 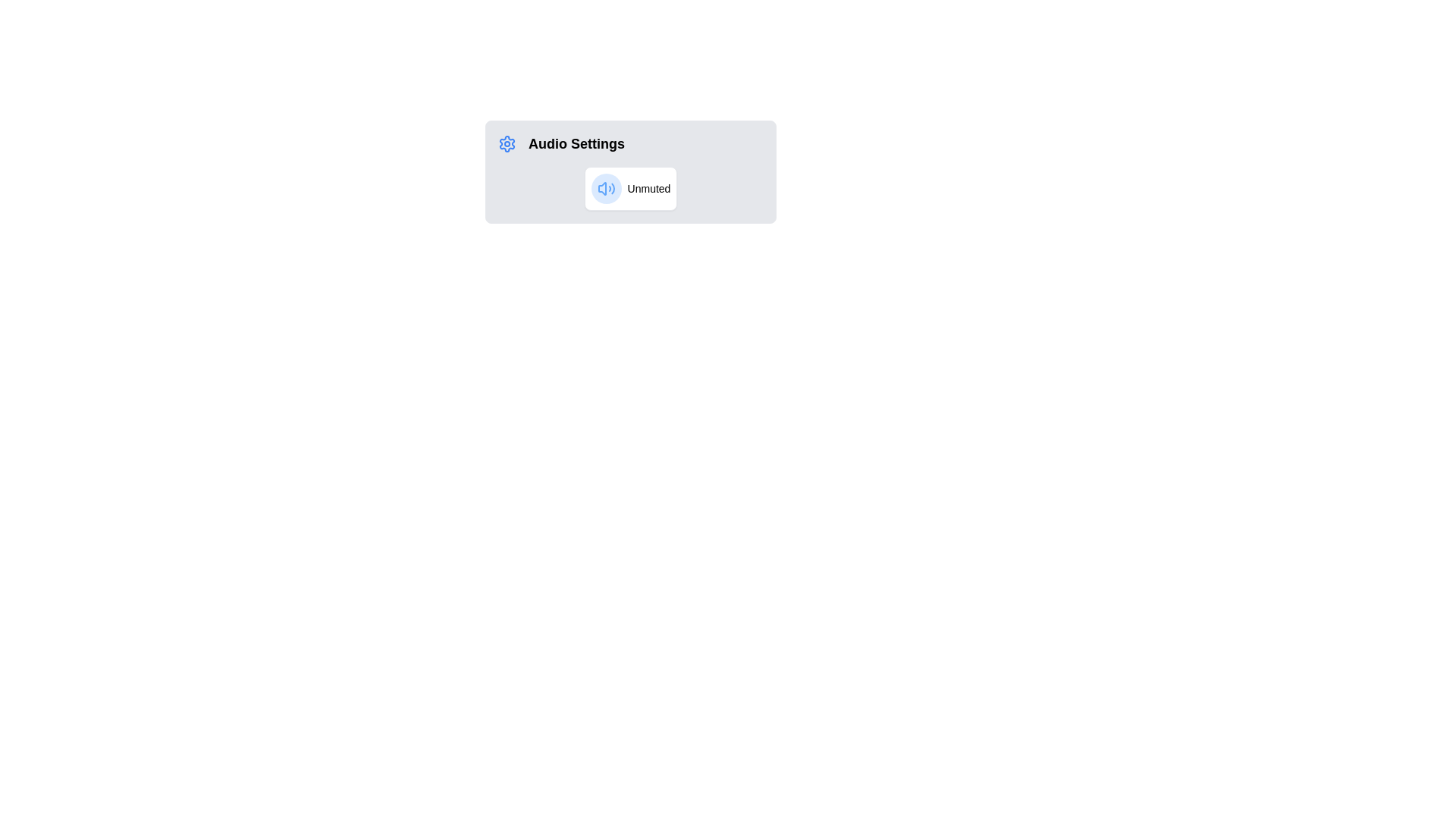 I want to click on the cogwheel icon located at the top-left corner of the 'Audio Settings' card, indicating an interaction to customize or configure options, so click(x=507, y=143).